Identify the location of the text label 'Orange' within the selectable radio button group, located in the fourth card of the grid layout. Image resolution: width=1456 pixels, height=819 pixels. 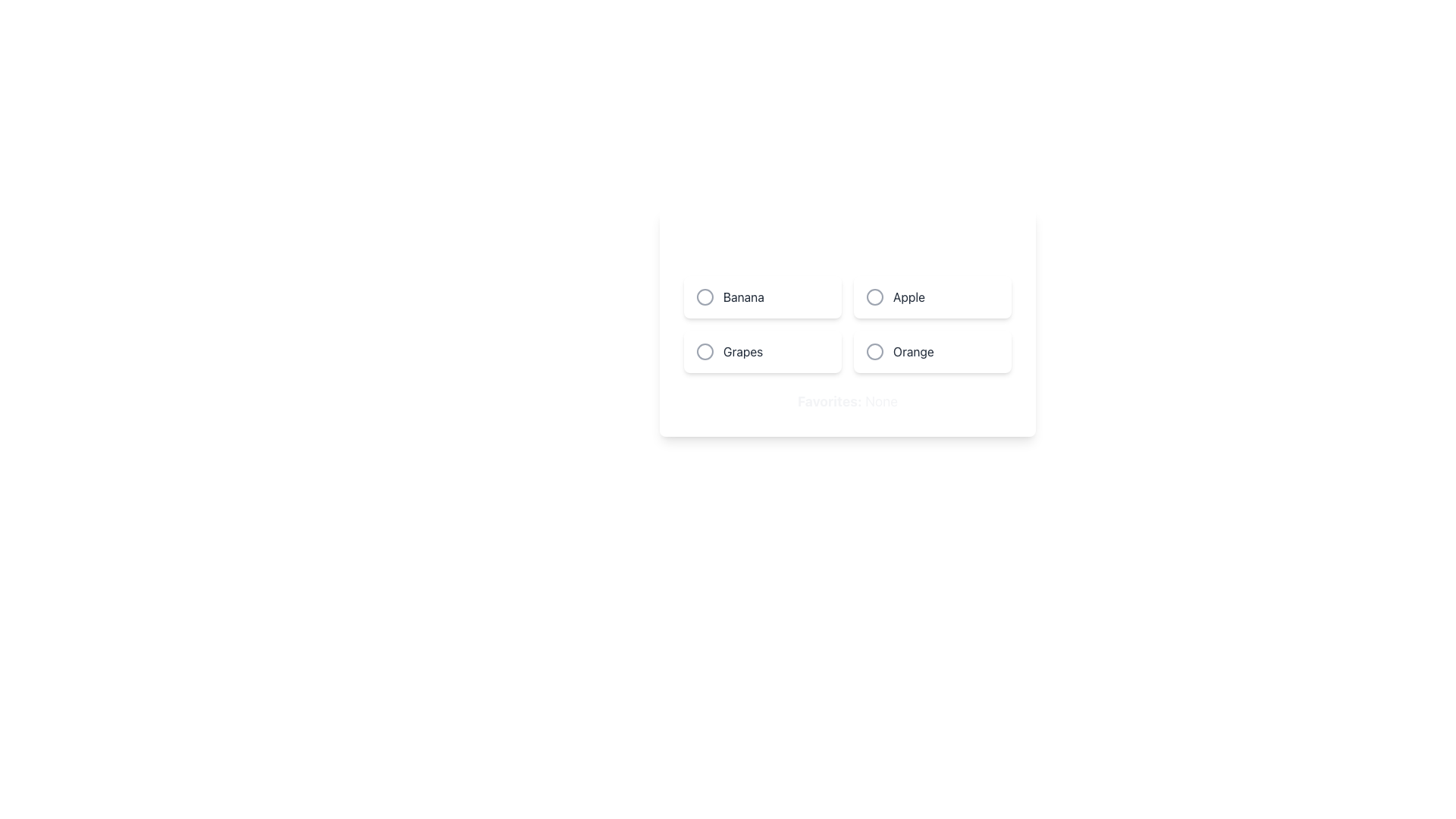
(912, 351).